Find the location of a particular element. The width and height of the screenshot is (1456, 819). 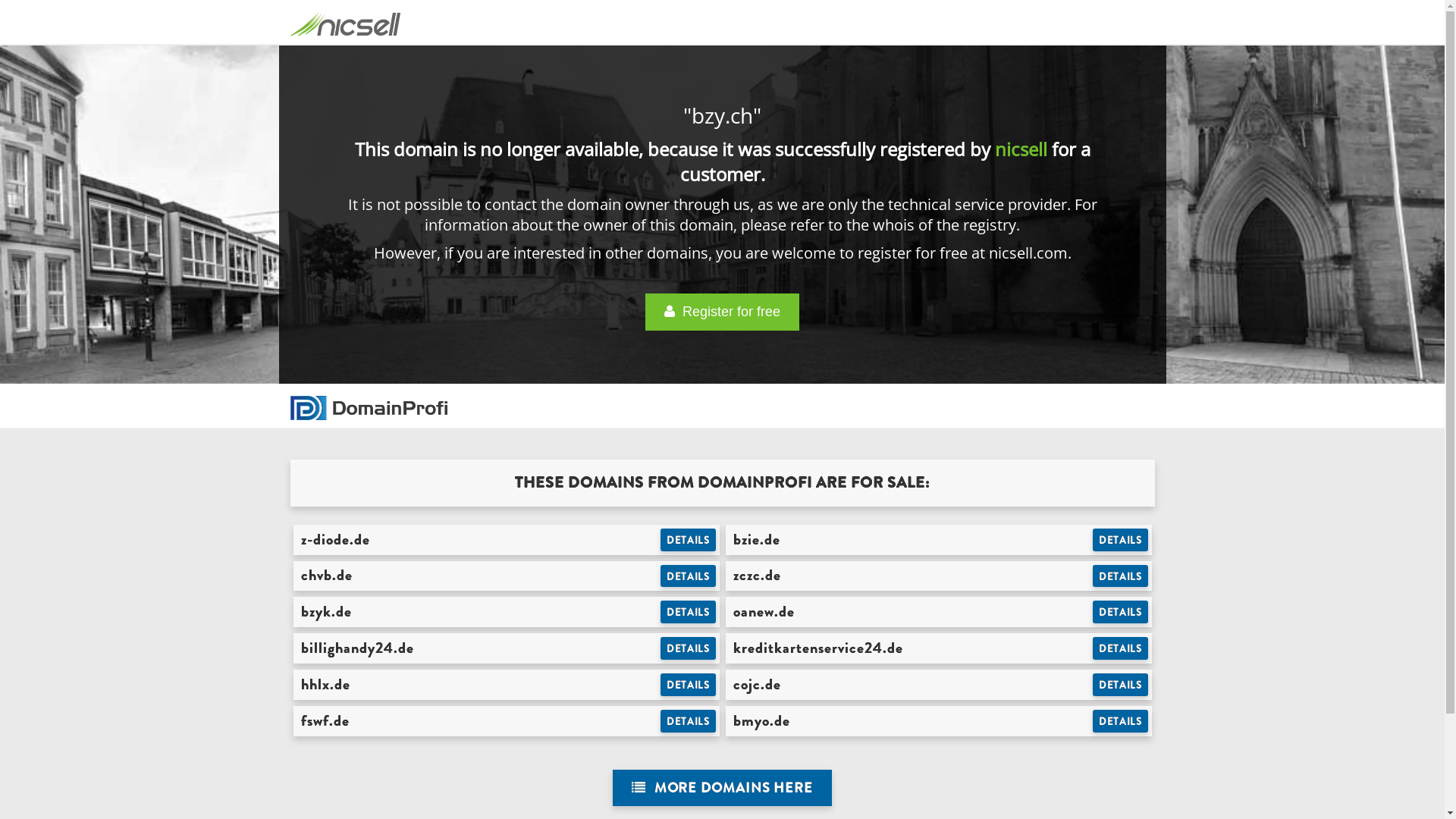

'nicsell' is located at coordinates (1021, 149).